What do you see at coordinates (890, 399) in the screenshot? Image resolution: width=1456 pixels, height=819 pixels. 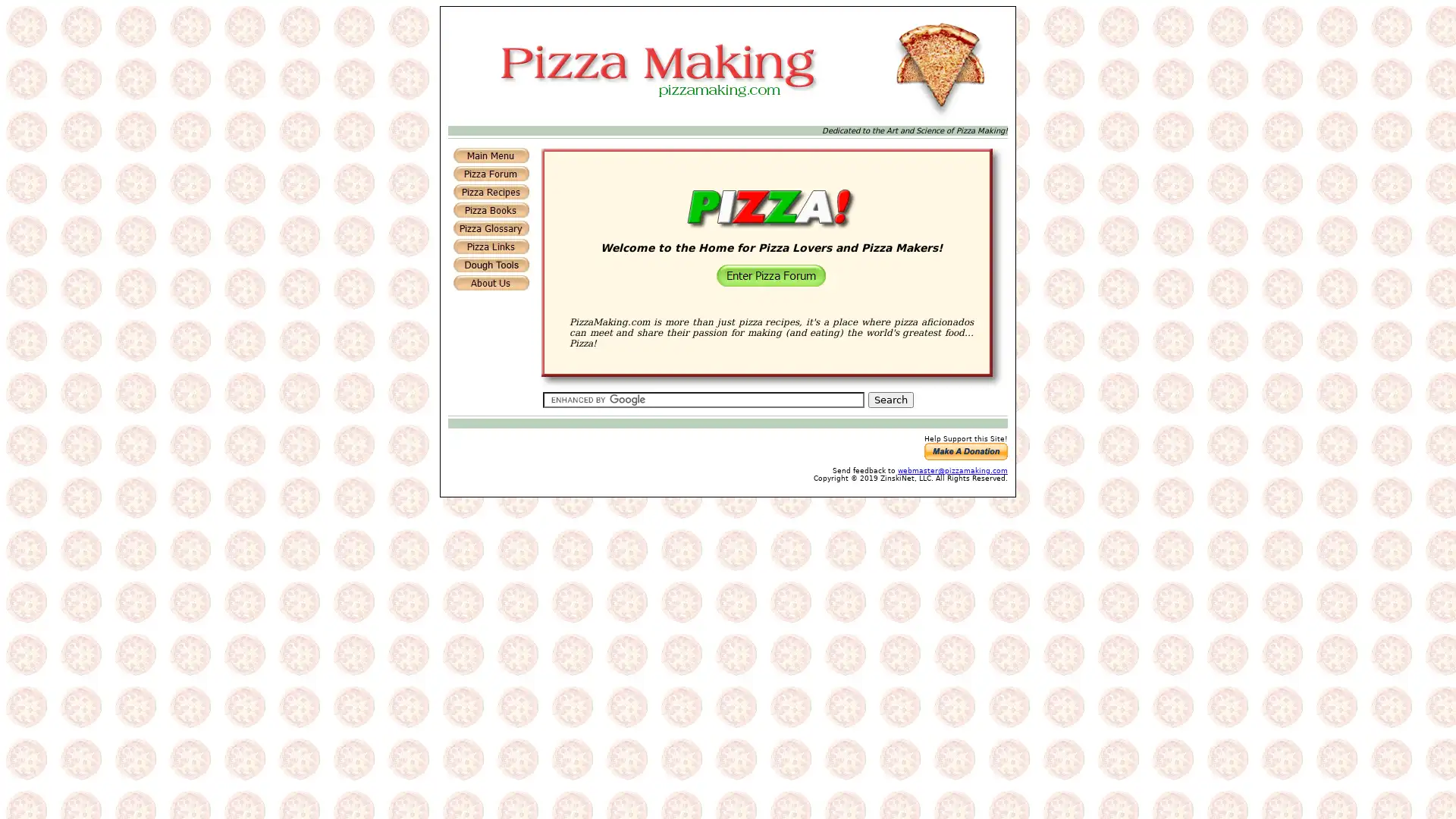 I see `Search` at bounding box center [890, 399].